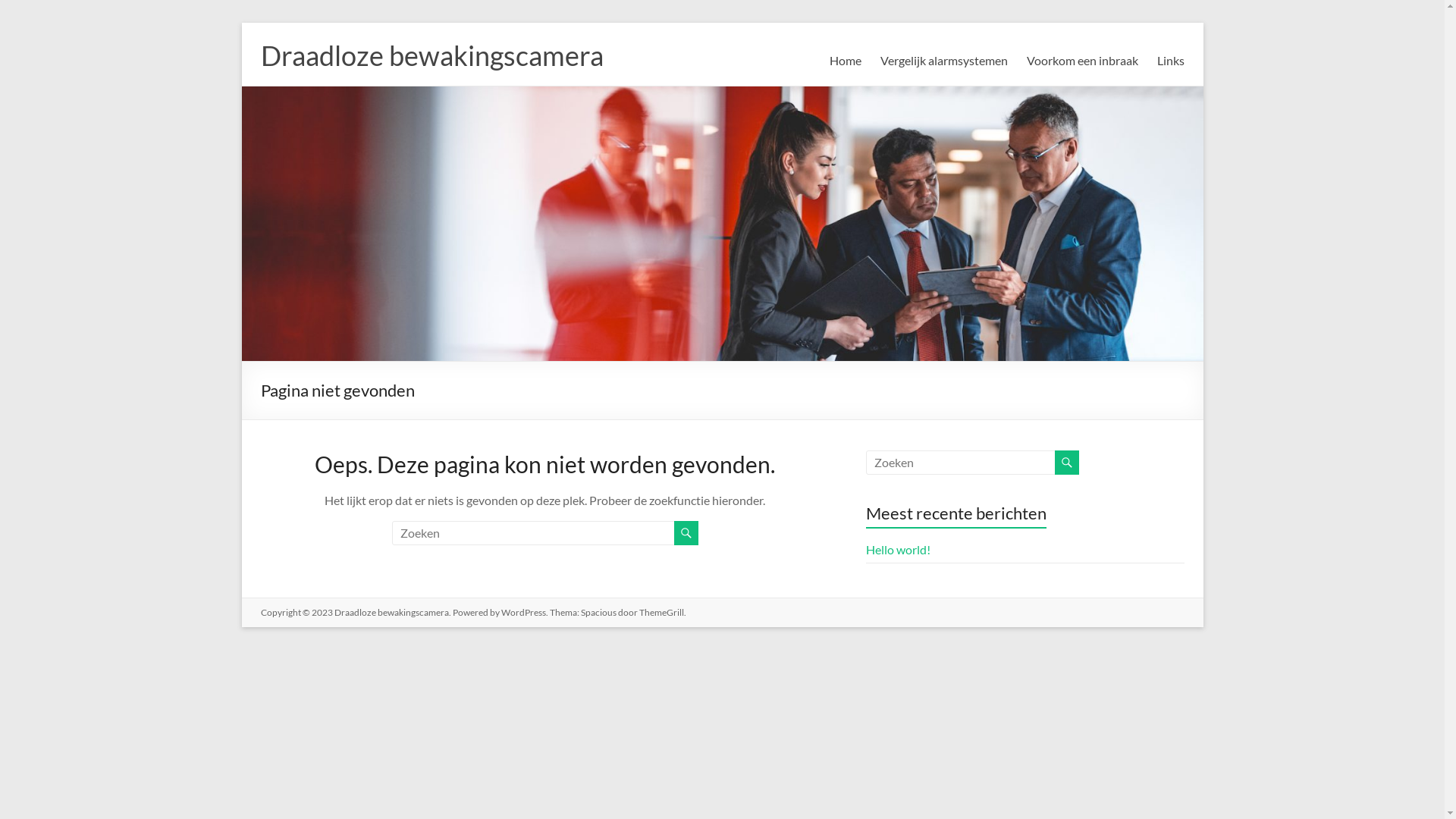  What do you see at coordinates (240, 22) in the screenshot?
I see `'Skip to content'` at bounding box center [240, 22].